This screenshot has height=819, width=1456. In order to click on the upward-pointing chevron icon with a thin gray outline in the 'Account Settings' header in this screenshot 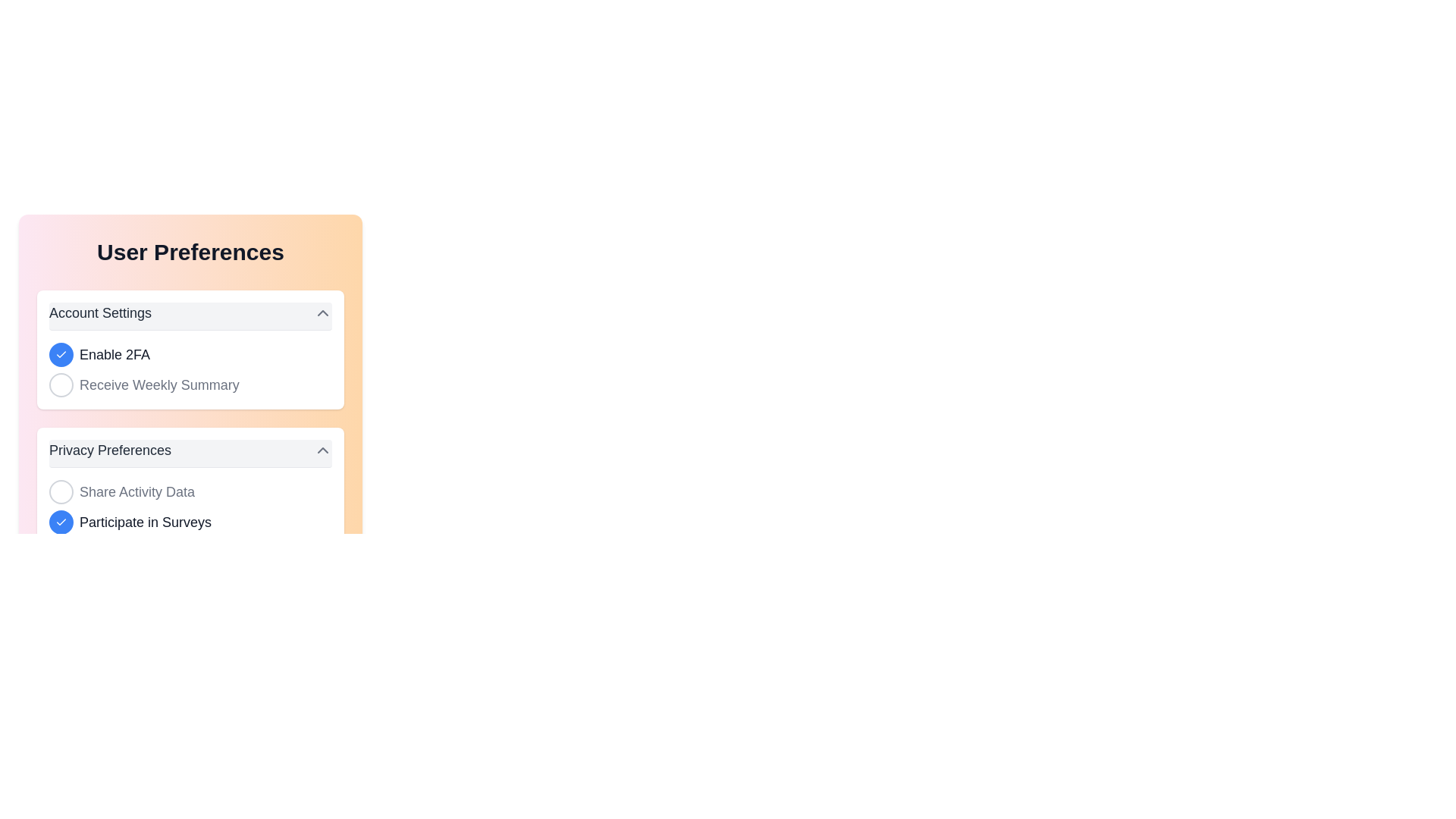, I will do `click(322, 312)`.